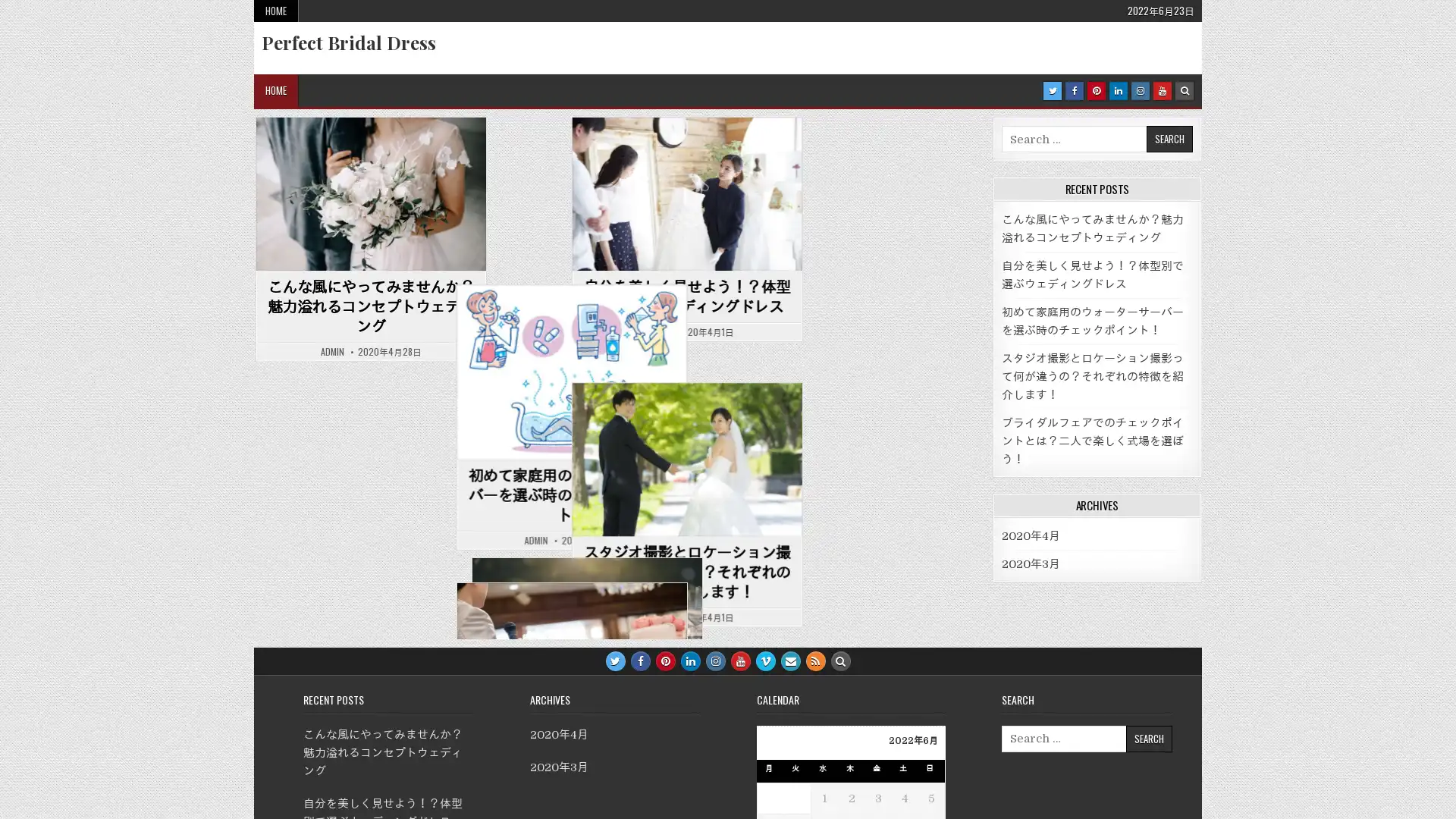  I want to click on Search, so click(1168, 139).